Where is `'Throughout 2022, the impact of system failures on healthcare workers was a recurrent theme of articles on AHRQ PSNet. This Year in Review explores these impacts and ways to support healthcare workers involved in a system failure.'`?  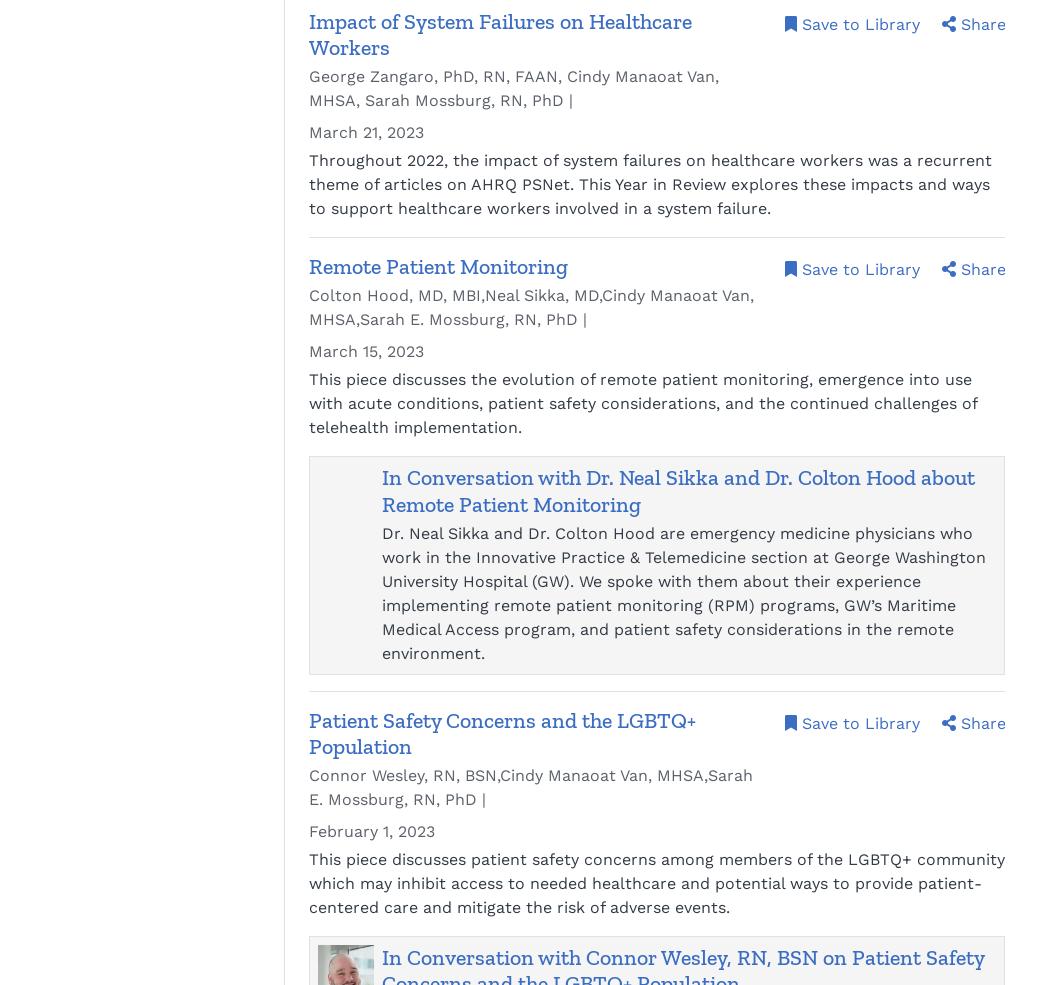 'Throughout 2022, the impact of system failures on healthcare workers was a recurrent theme of articles on AHRQ PSNet. This Year in Review explores these impacts and ways to support healthcare workers involved in a system failure.' is located at coordinates (649, 184).